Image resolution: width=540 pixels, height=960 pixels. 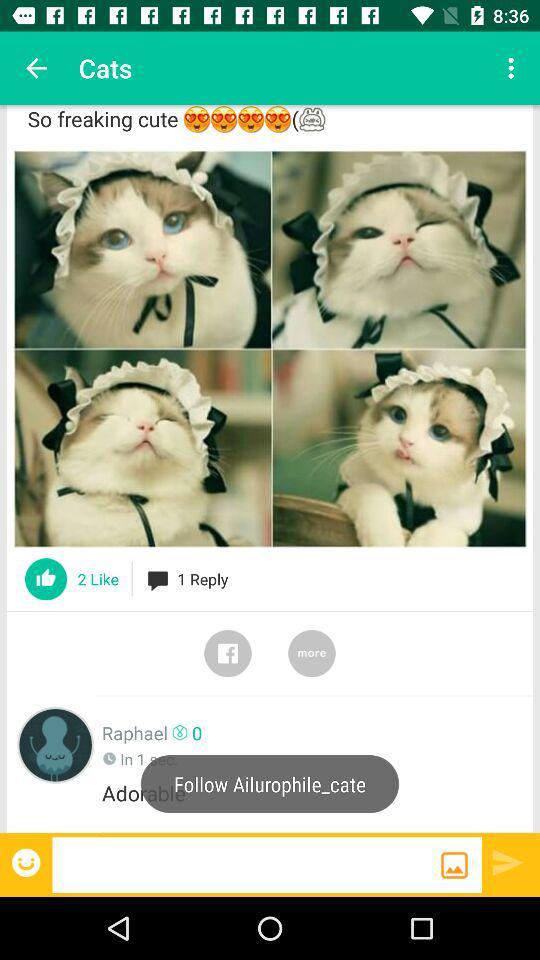 What do you see at coordinates (55, 744) in the screenshot?
I see `the icon to the left of raphael icon` at bounding box center [55, 744].